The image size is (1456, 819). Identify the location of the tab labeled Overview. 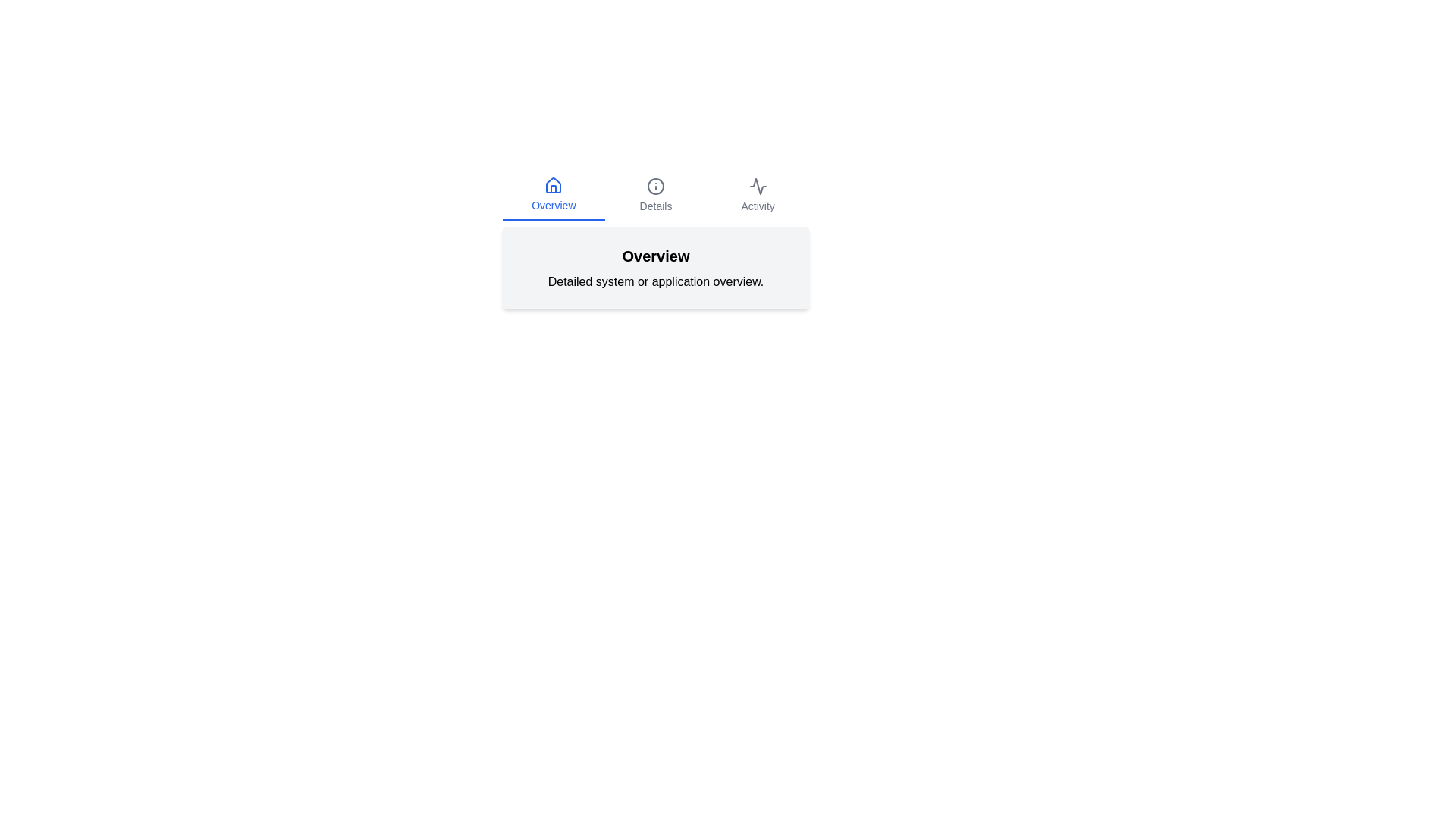
(552, 195).